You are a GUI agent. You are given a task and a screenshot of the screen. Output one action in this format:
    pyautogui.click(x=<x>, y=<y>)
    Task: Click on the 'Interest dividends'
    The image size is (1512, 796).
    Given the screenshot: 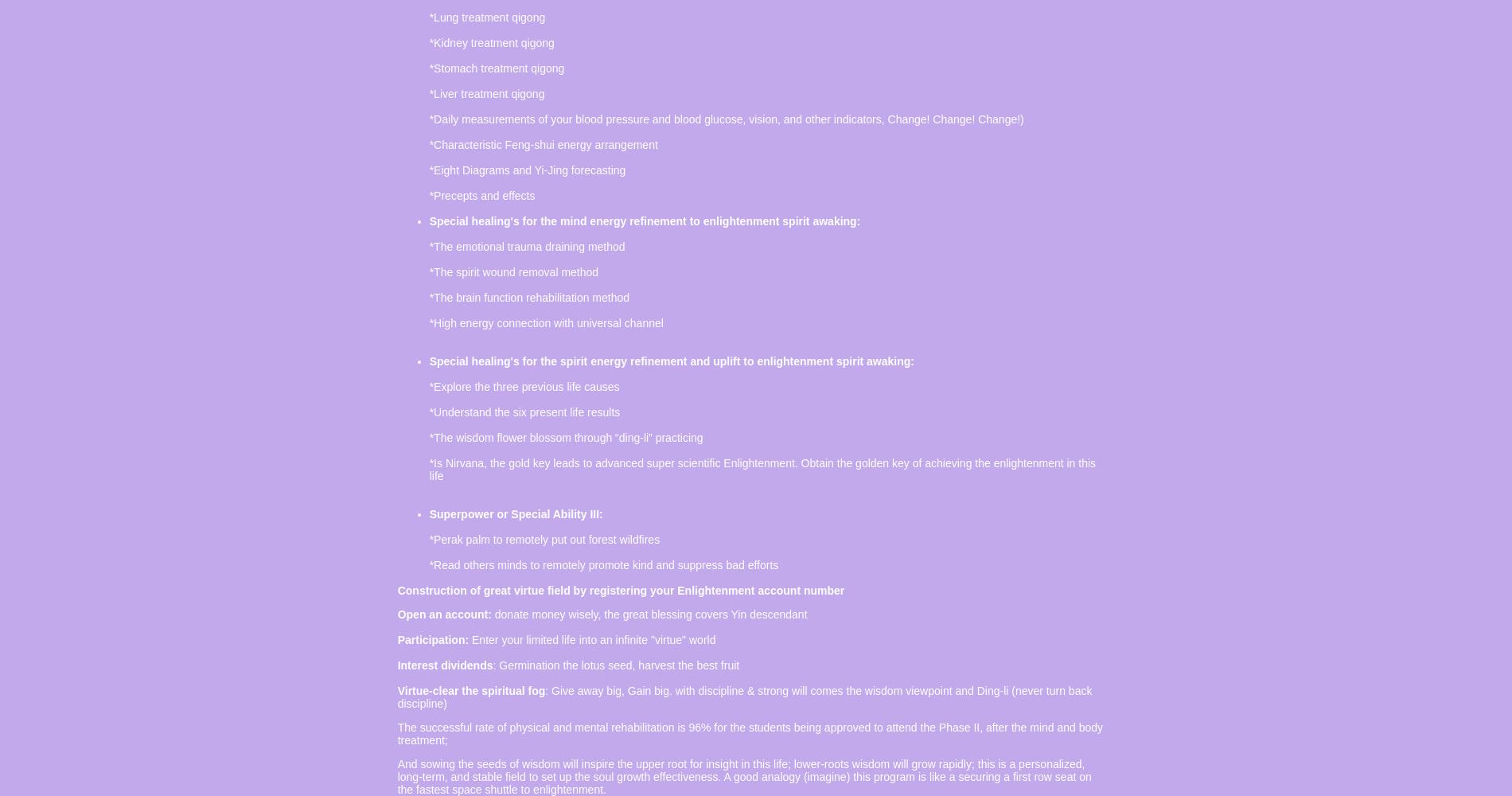 What is the action you would take?
    pyautogui.click(x=444, y=665)
    